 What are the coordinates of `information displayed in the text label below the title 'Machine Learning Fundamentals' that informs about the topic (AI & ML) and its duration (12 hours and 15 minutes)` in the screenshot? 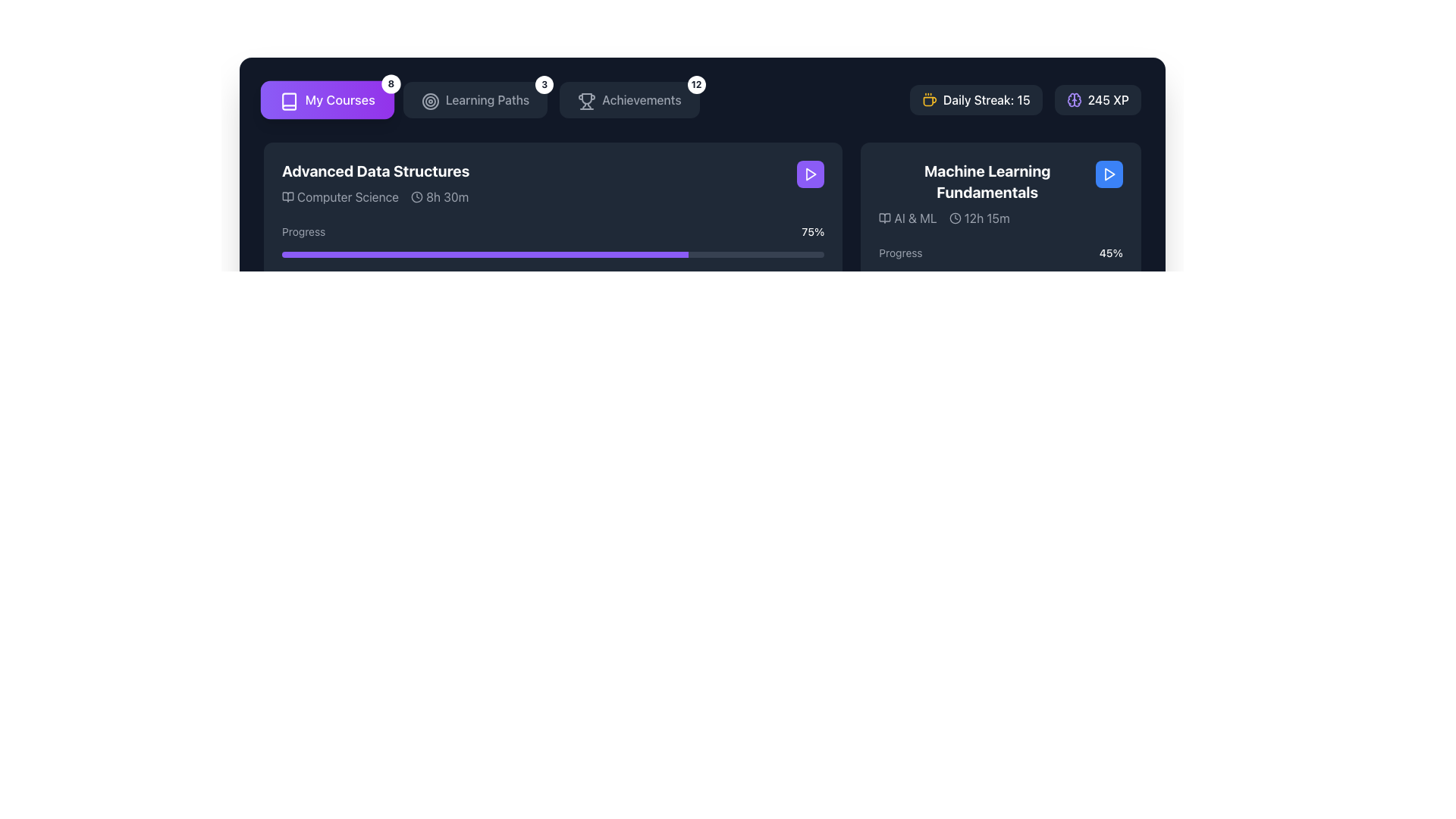 It's located at (987, 218).